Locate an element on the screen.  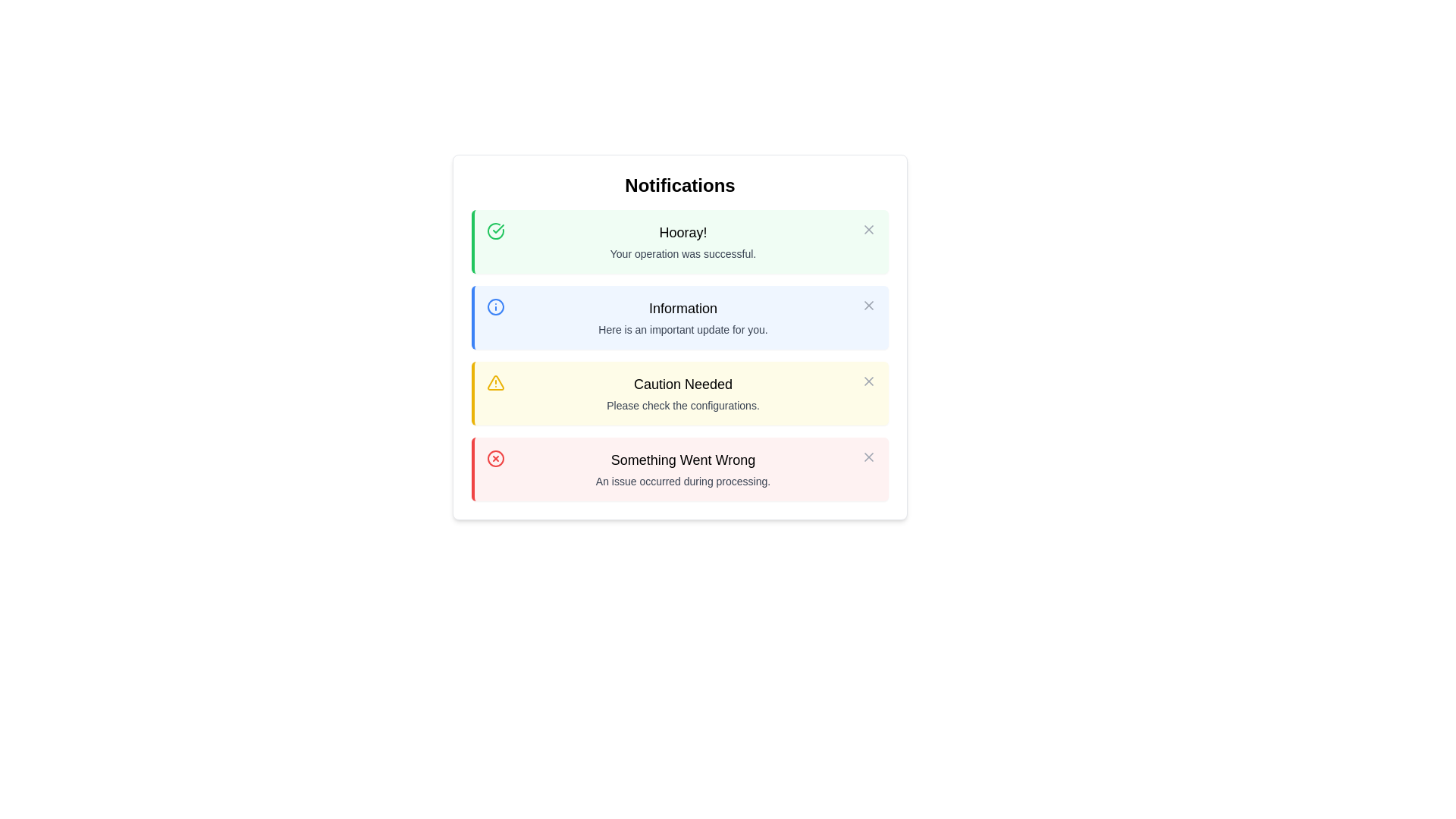
the static text 'Hooray!' which is the title of the notification message in the first notification box of the 'Notifications' section is located at coordinates (682, 233).